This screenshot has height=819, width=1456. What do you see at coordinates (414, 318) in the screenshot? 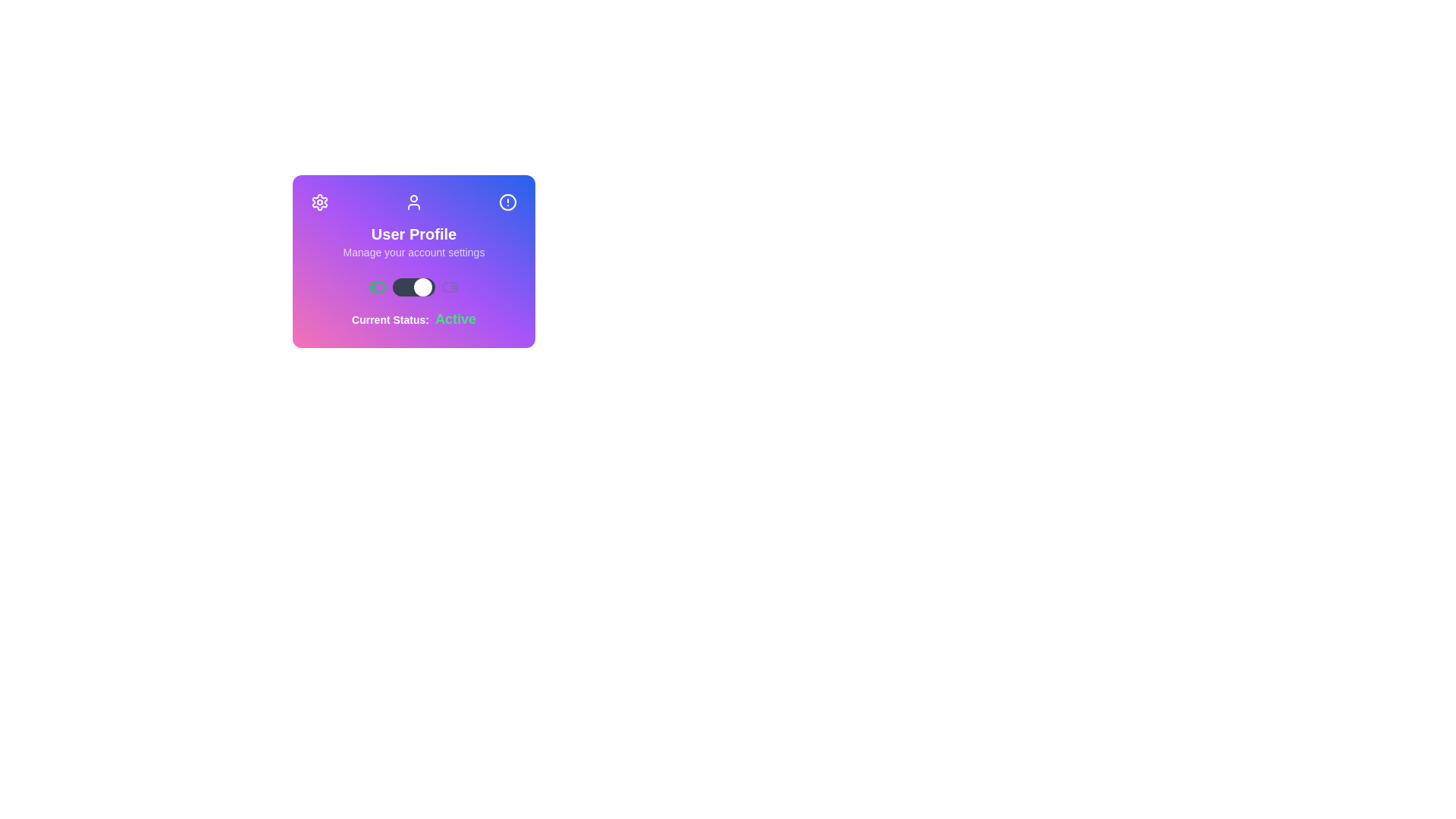
I see `the static text label indicating 'Active', located at the bottom of the card below the toggle switch` at bounding box center [414, 318].